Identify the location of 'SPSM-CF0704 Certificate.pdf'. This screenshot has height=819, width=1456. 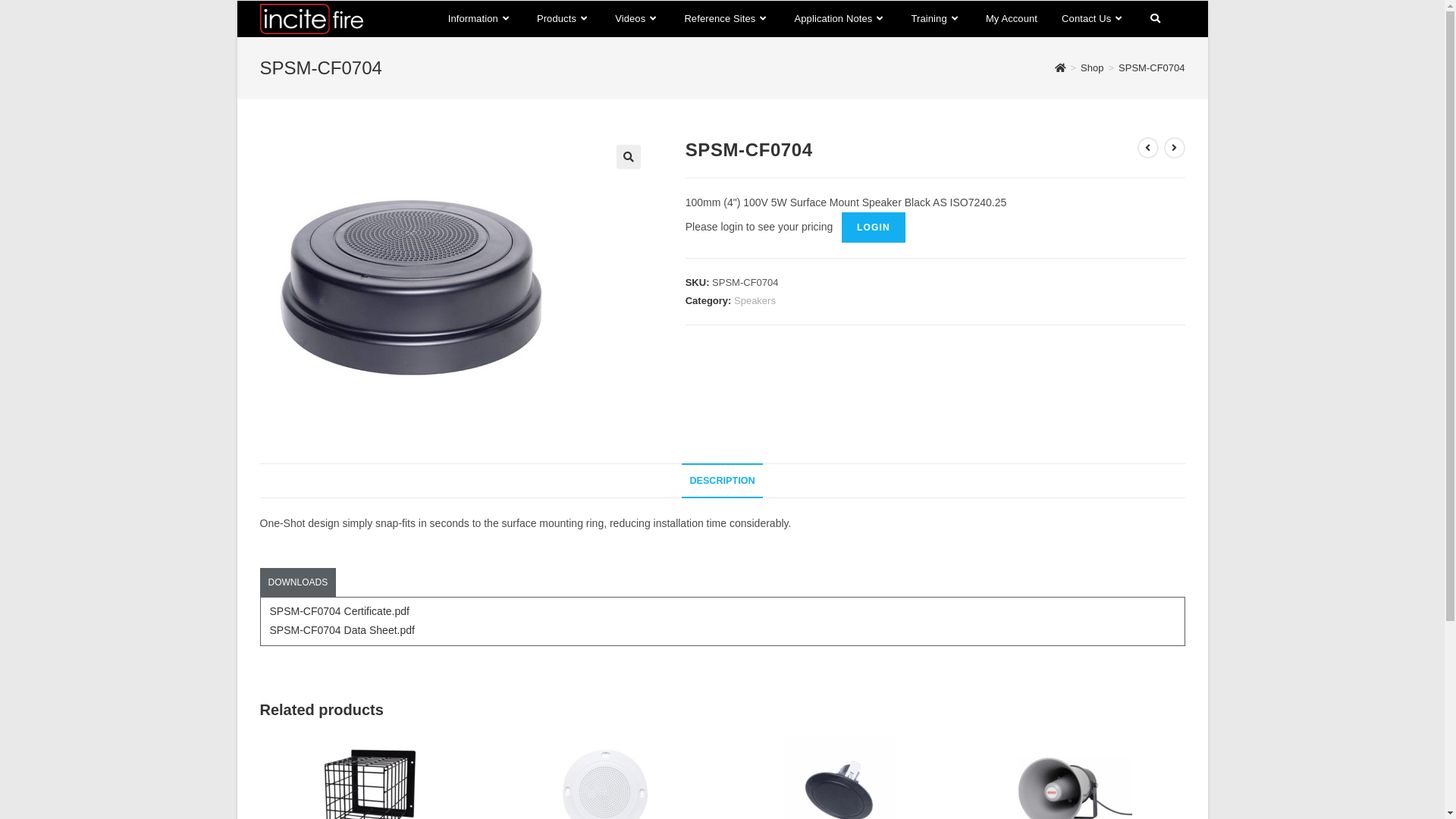
(338, 610).